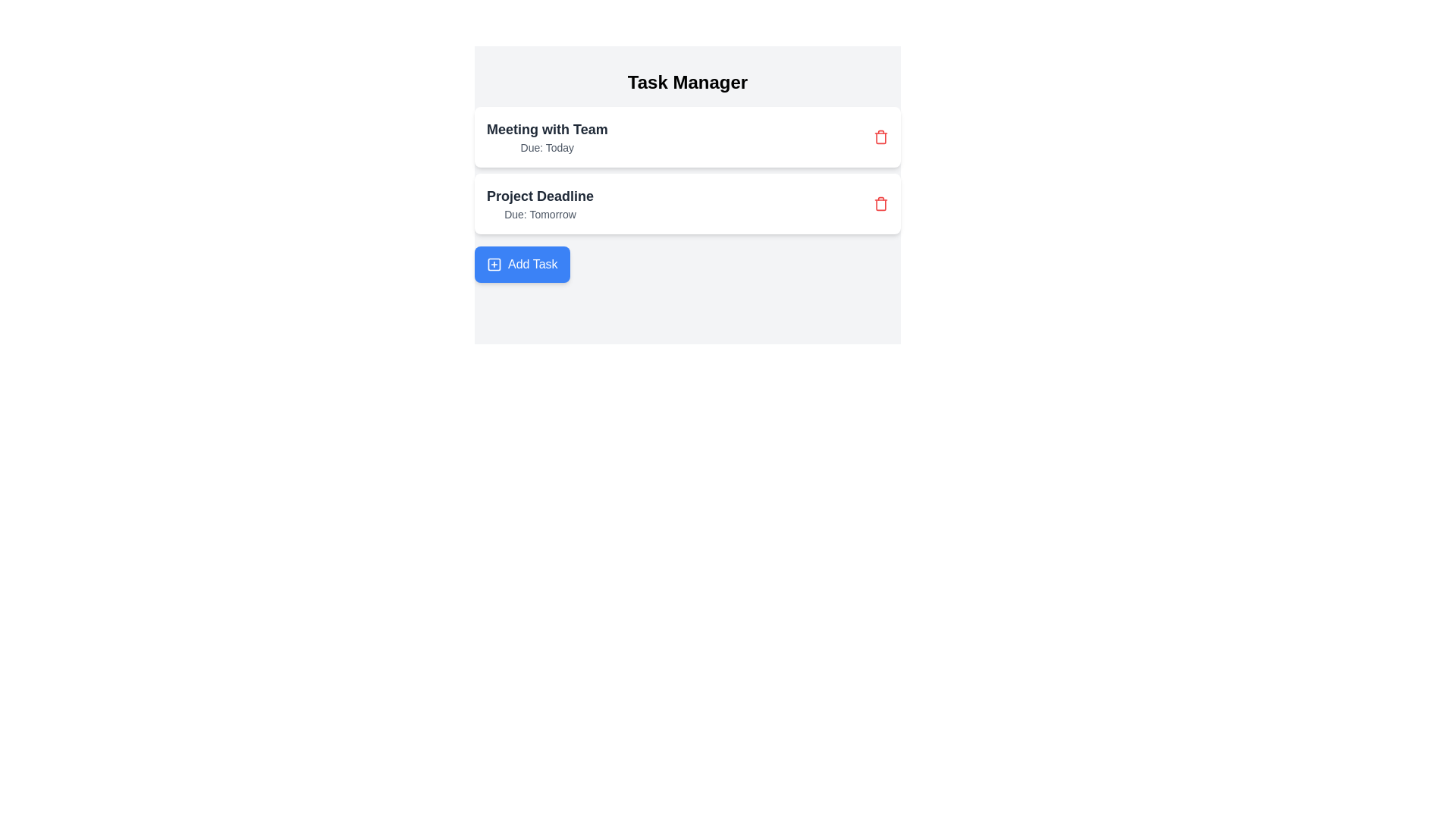 The height and width of the screenshot is (819, 1456). What do you see at coordinates (687, 82) in the screenshot?
I see `the header text element located at the top-center of the interface, which indicates the application's purpose` at bounding box center [687, 82].